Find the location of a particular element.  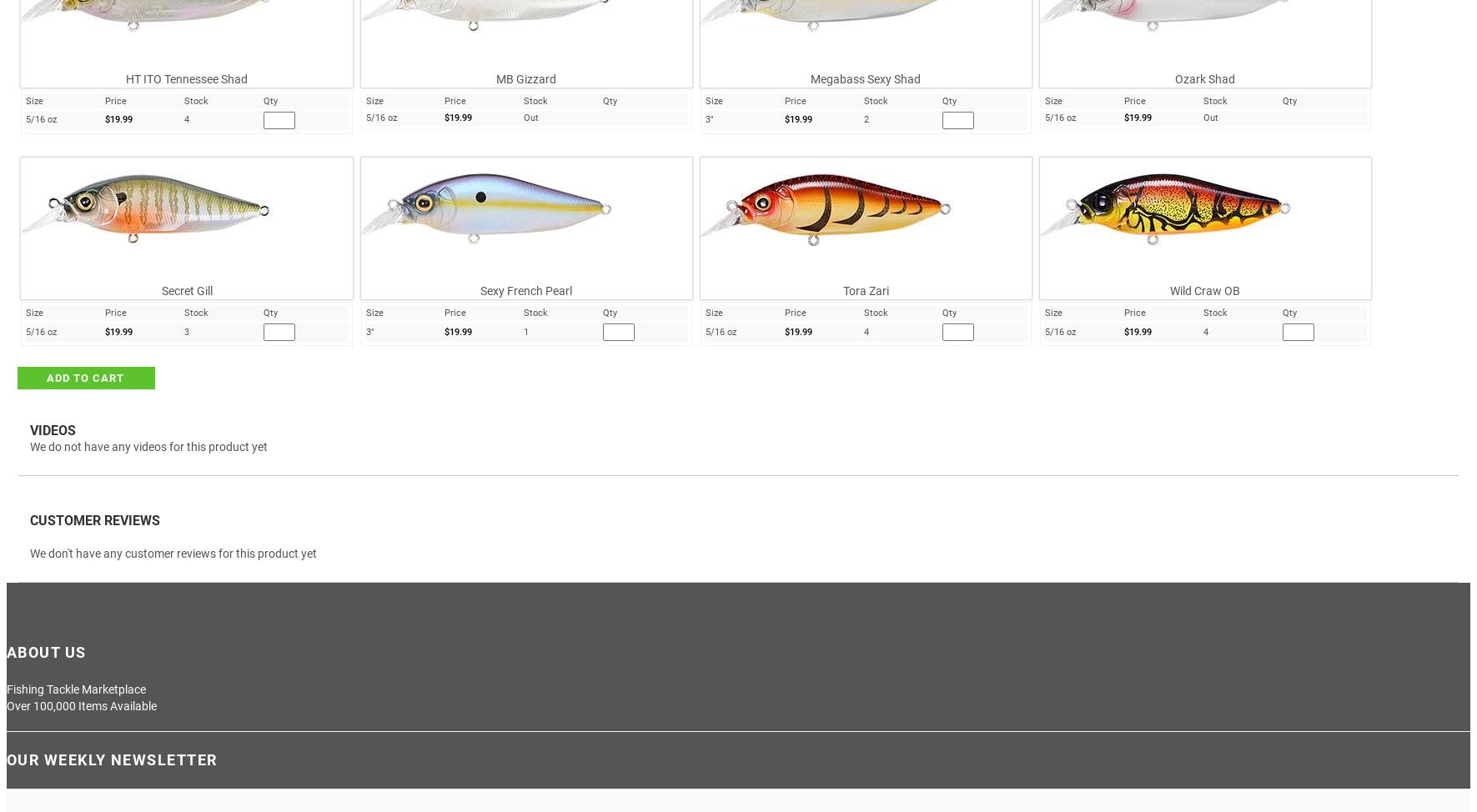

'Wild Craw OB' is located at coordinates (1204, 290).